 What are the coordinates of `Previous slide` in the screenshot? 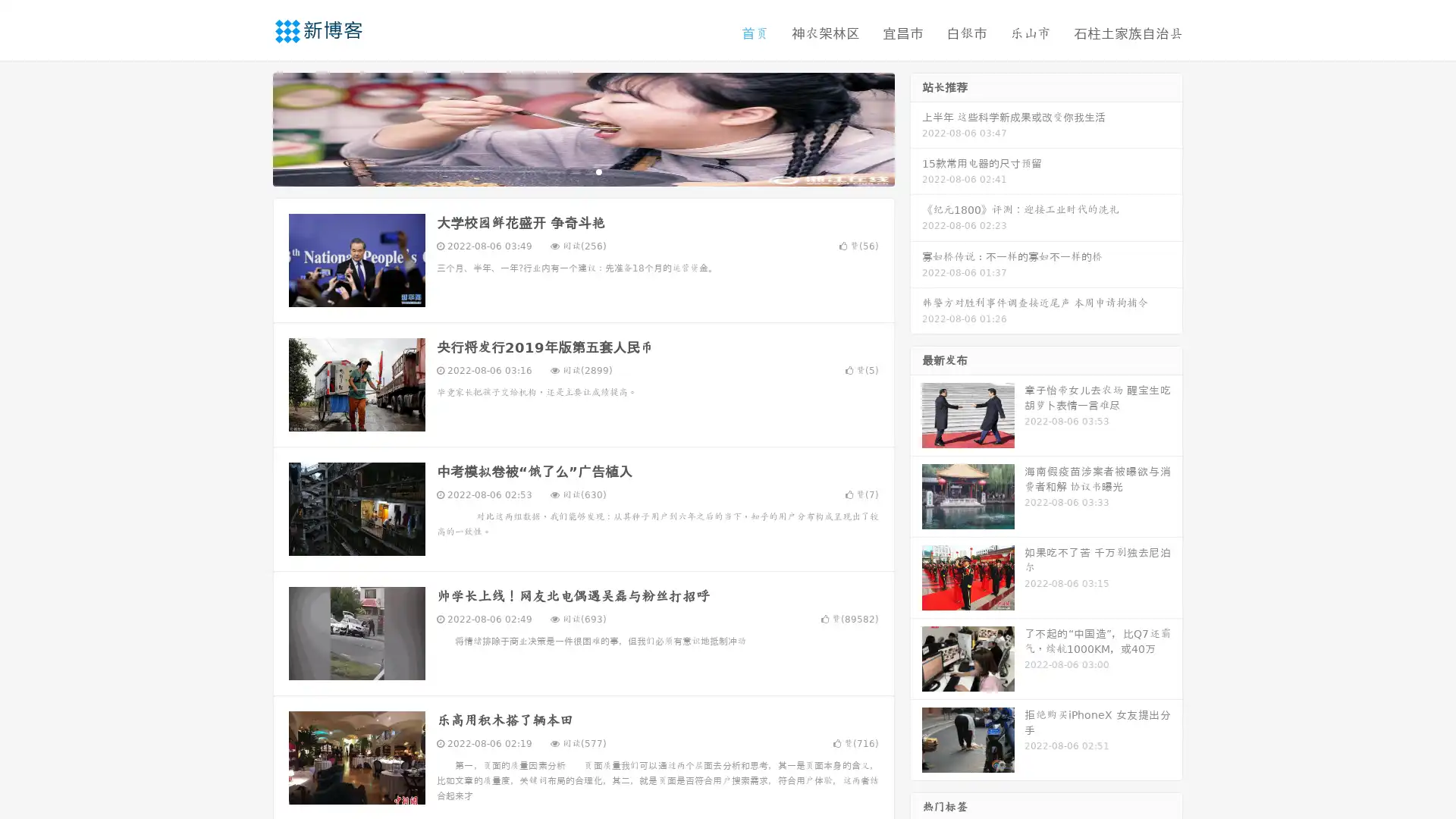 It's located at (250, 127).